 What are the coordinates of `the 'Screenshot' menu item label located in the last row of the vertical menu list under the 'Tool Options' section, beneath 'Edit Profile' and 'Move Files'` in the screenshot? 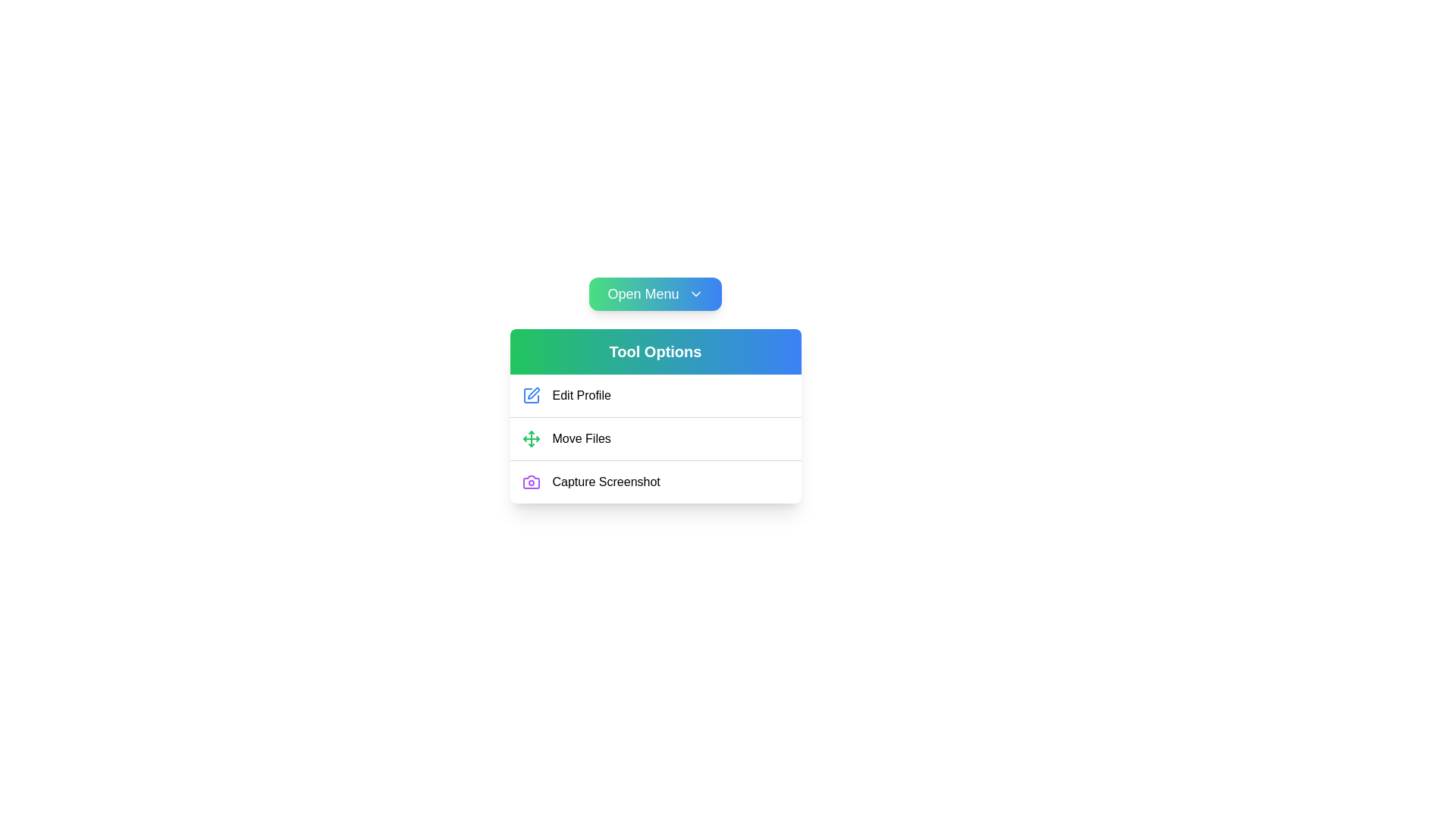 It's located at (605, 482).